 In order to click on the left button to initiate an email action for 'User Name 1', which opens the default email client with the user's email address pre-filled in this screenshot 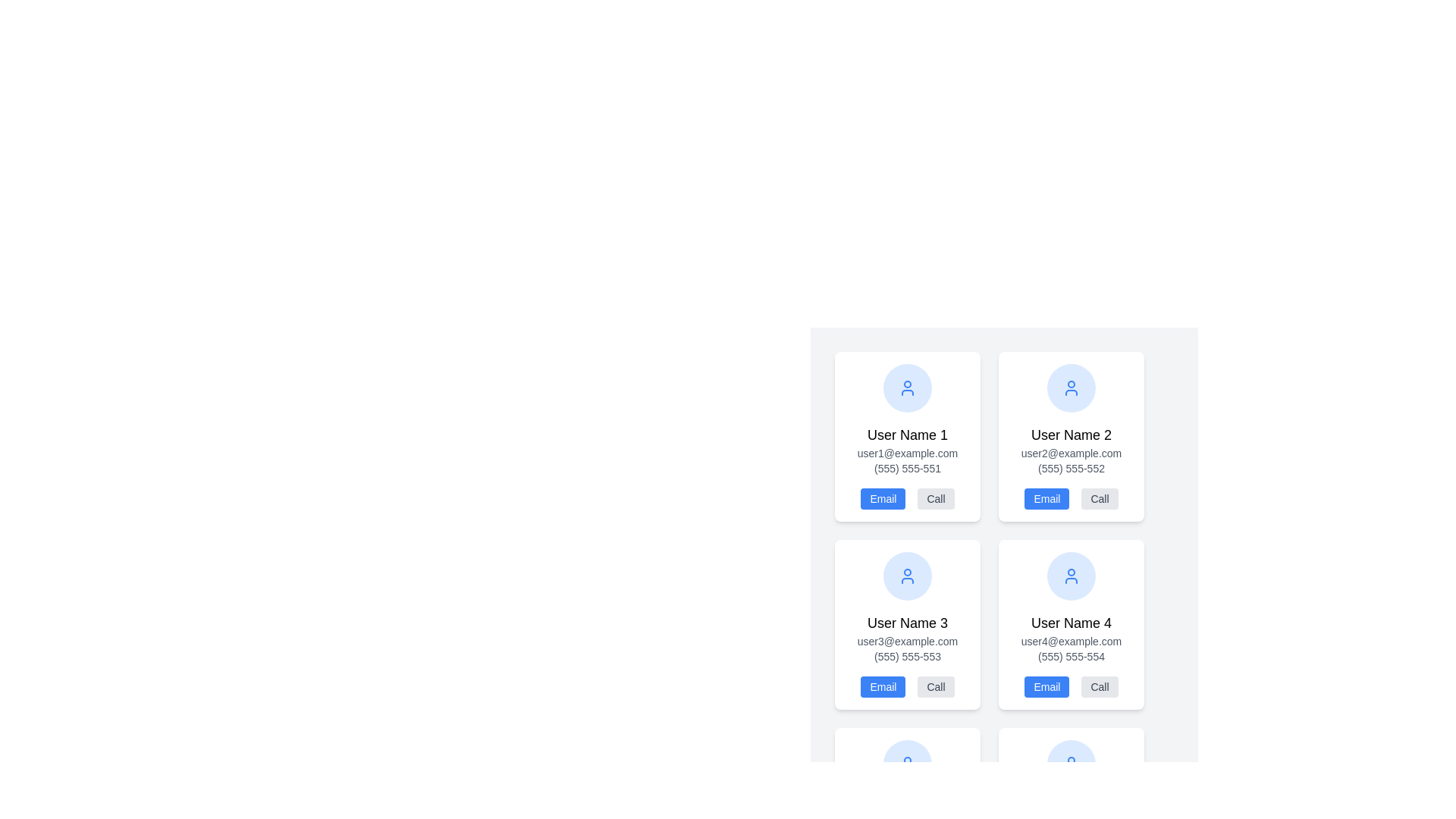, I will do `click(883, 499)`.